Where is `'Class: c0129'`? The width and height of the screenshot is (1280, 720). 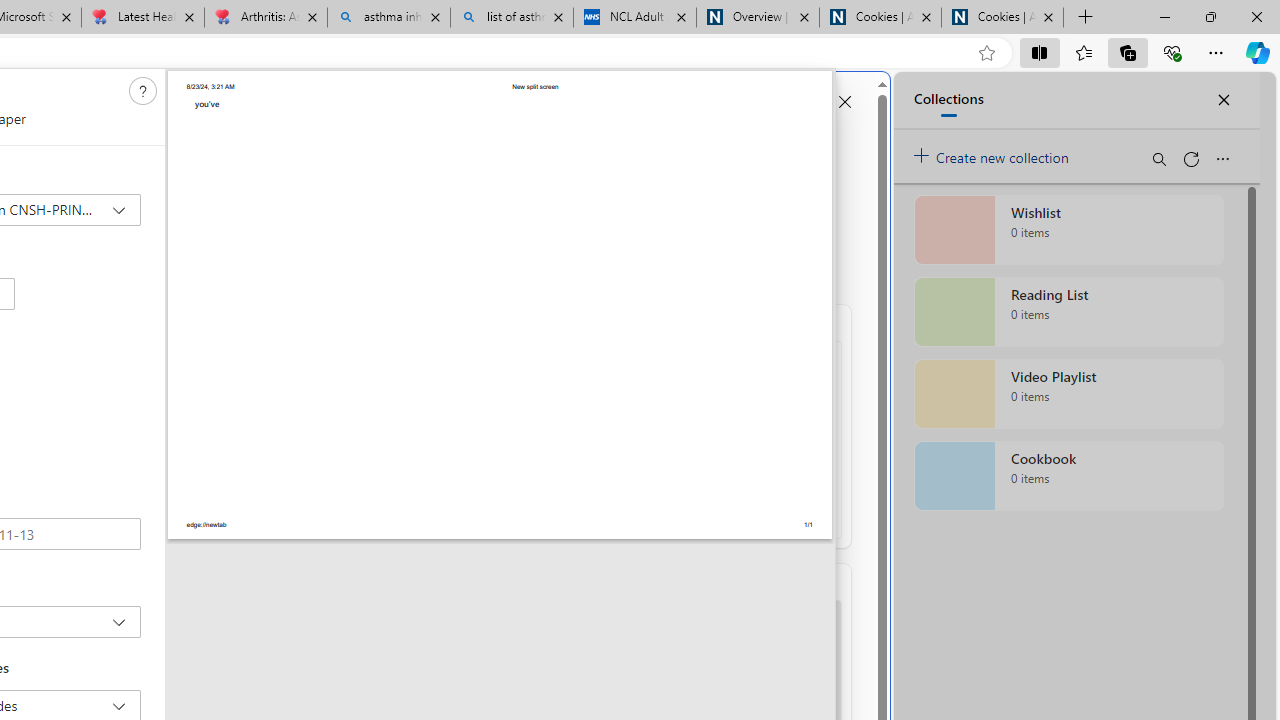
'Class: c0129' is located at coordinates (141, 91).